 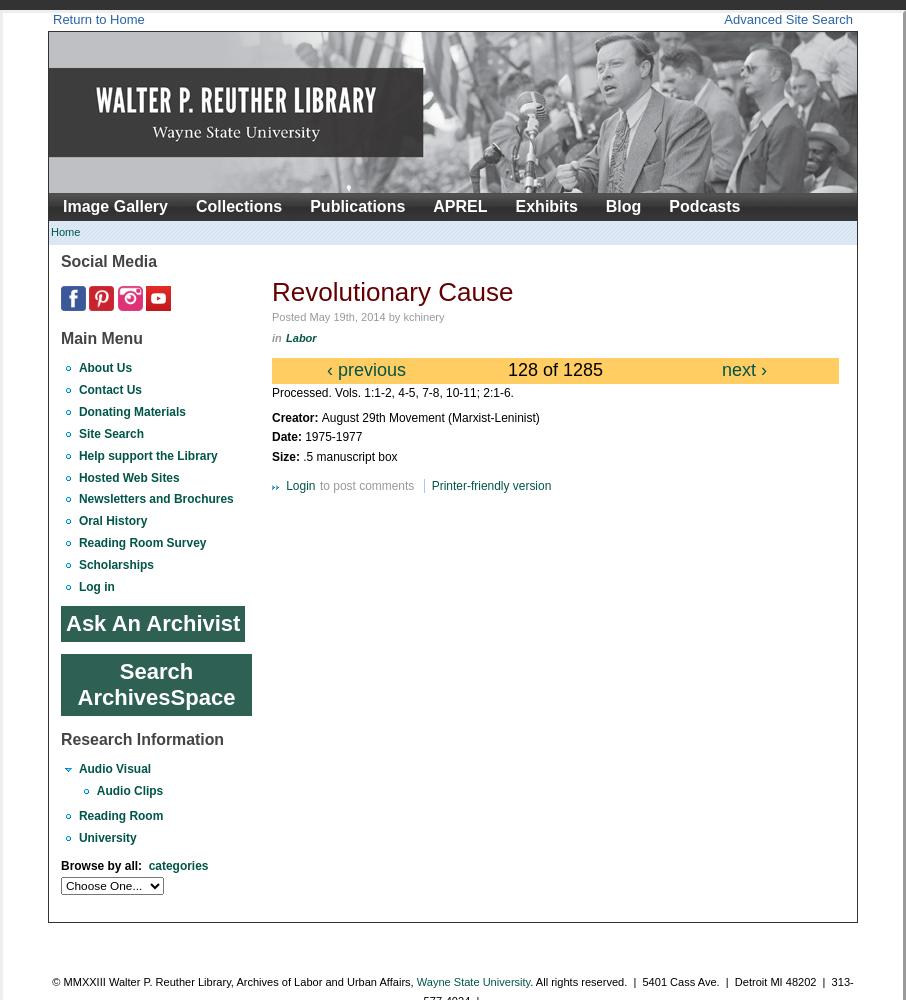 I want to click on 'Revolutionary Cause', so click(x=391, y=292).